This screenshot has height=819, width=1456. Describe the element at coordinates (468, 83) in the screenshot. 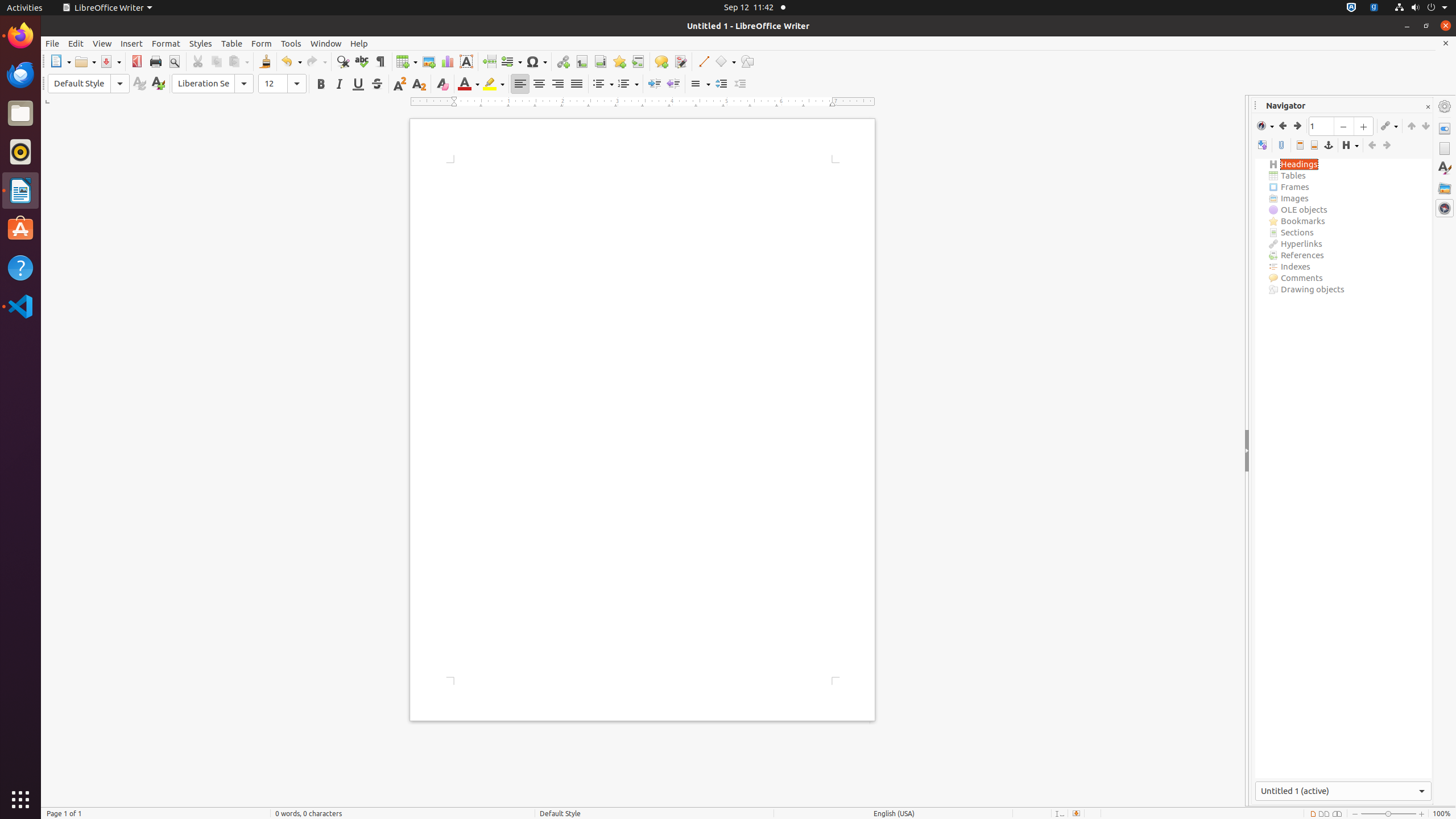

I see `'Font Color'` at that location.